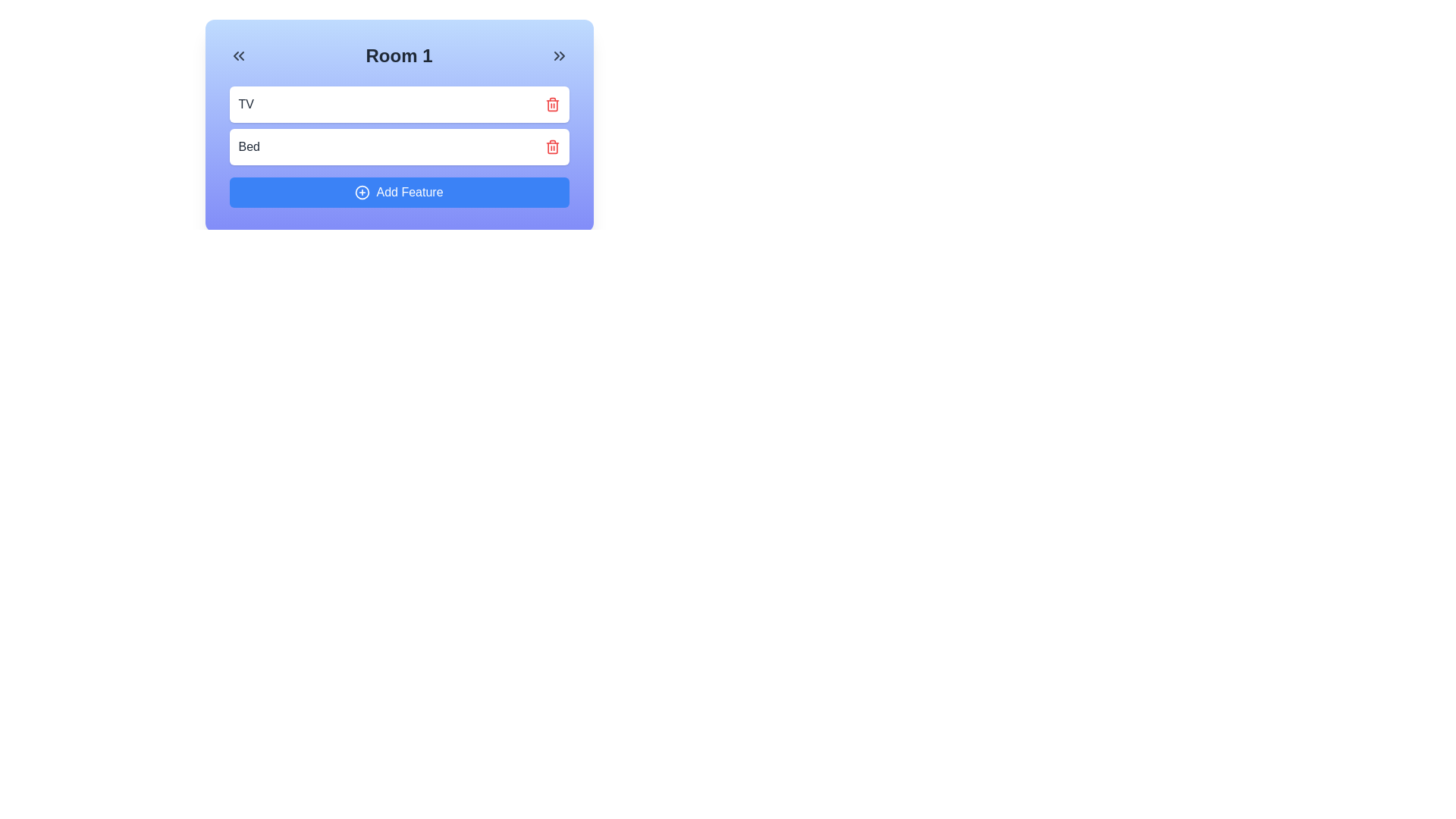  I want to click on the circular outline icon within the 'Add Feature' button, which has a vivid blue background and is located at the bottom of the card layout, so click(362, 192).